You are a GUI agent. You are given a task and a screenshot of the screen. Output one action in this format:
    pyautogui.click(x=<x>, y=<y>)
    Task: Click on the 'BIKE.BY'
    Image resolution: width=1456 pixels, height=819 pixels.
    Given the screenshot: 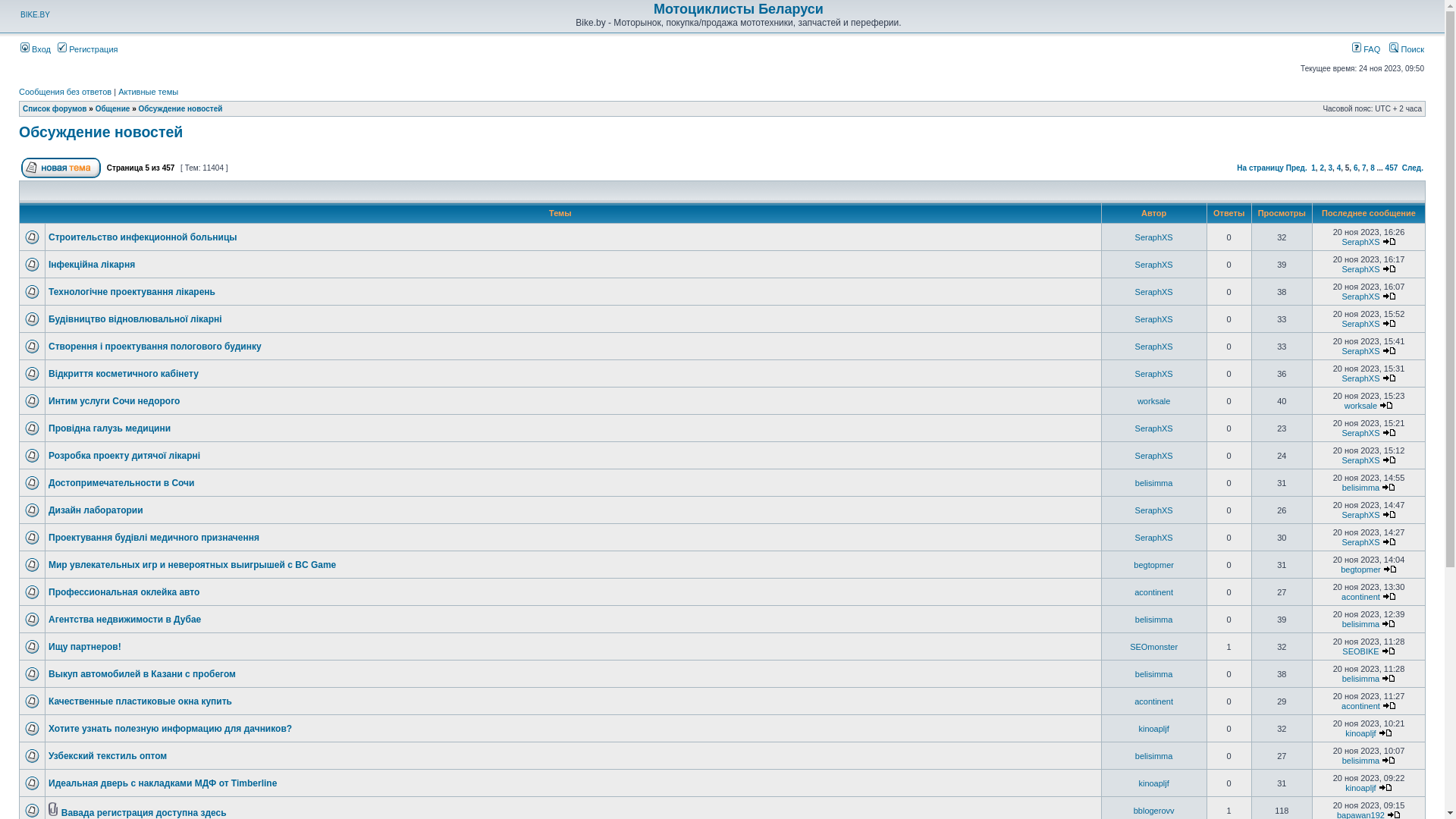 What is the action you would take?
    pyautogui.click(x=35, y=14)
    